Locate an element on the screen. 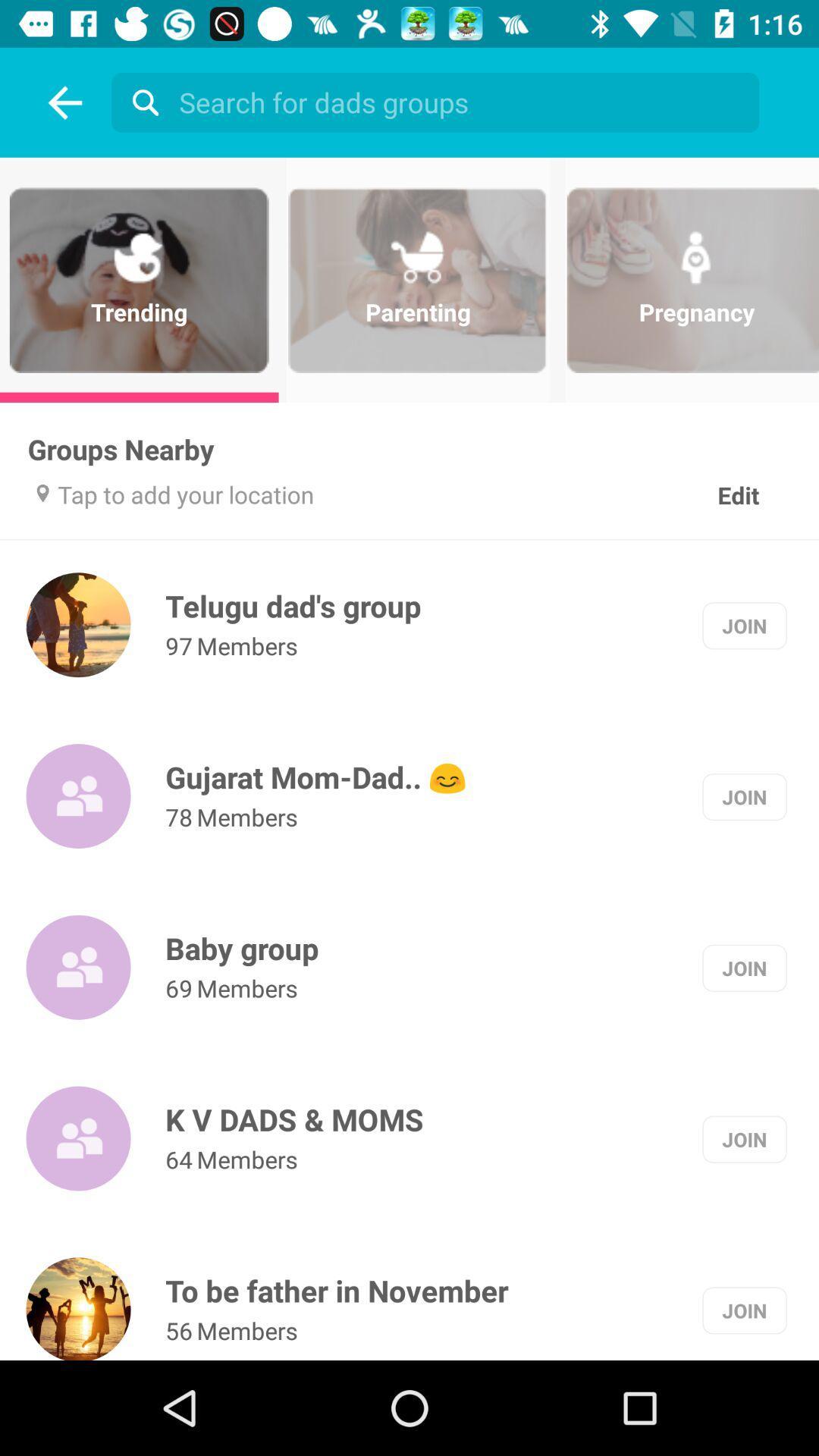 The image size is (819, 1456). the join button which is to the right side of baby group option is located at coordinates (744, 967).